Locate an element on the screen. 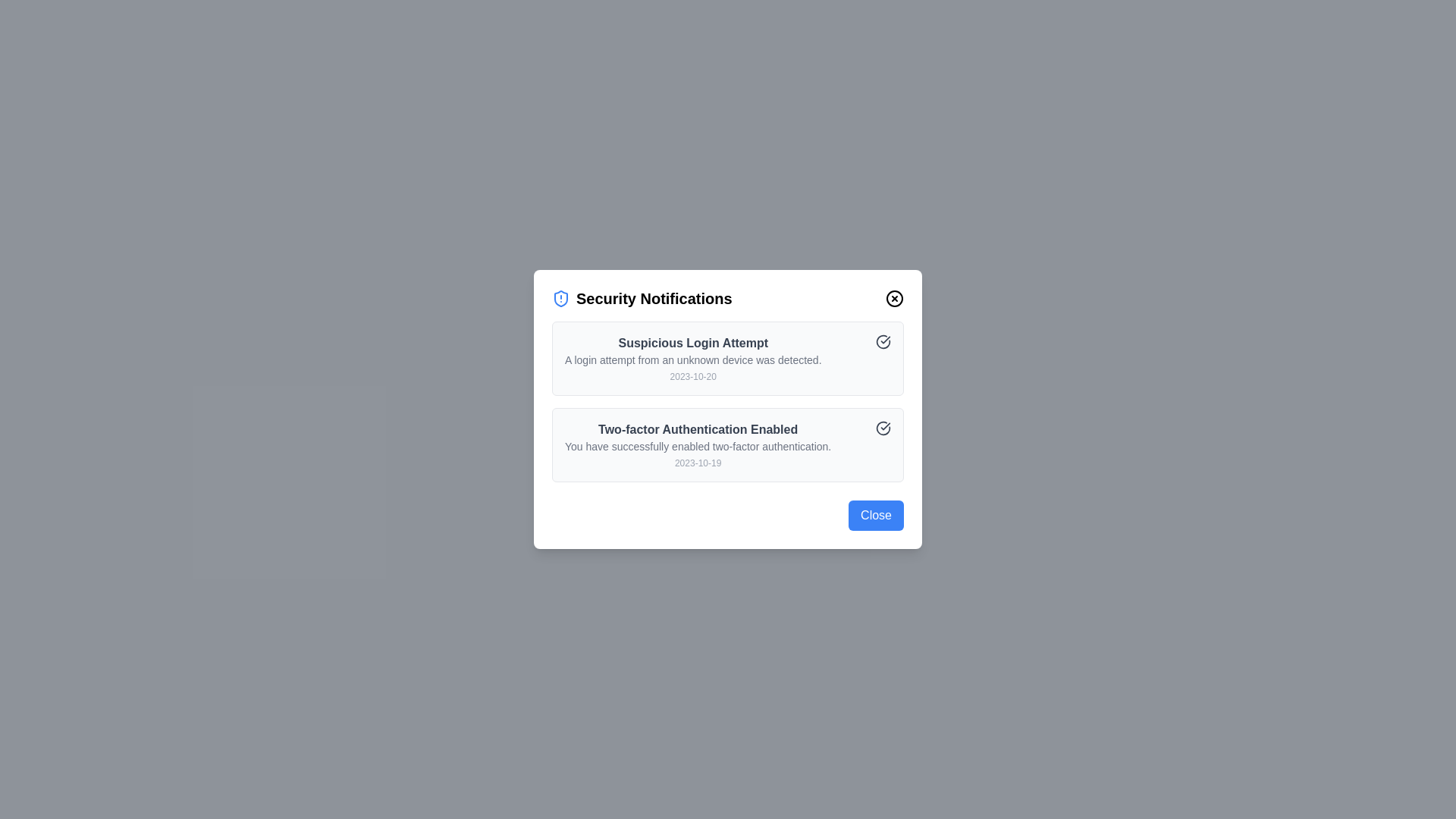 This screenshot has width=1456, height=819. the static text indicating the timestamp in the notification section titled 'Two-factor Authentication Enabled' is located at coordinates (697, 462).